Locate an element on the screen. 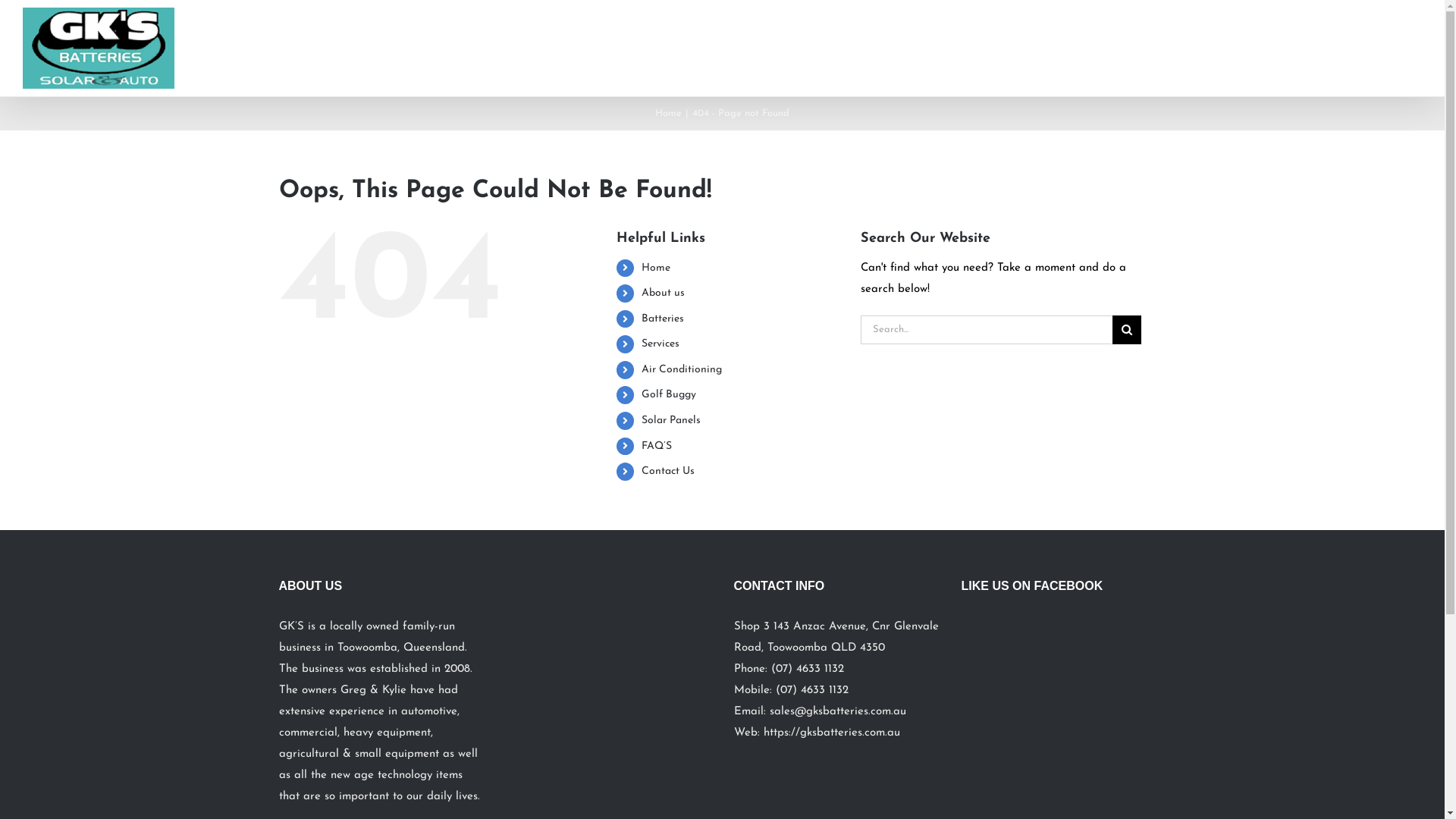 The height and width of the screenshot is (819, 1456). '(07) 4633 1132' is located at coordinates (775, 690).